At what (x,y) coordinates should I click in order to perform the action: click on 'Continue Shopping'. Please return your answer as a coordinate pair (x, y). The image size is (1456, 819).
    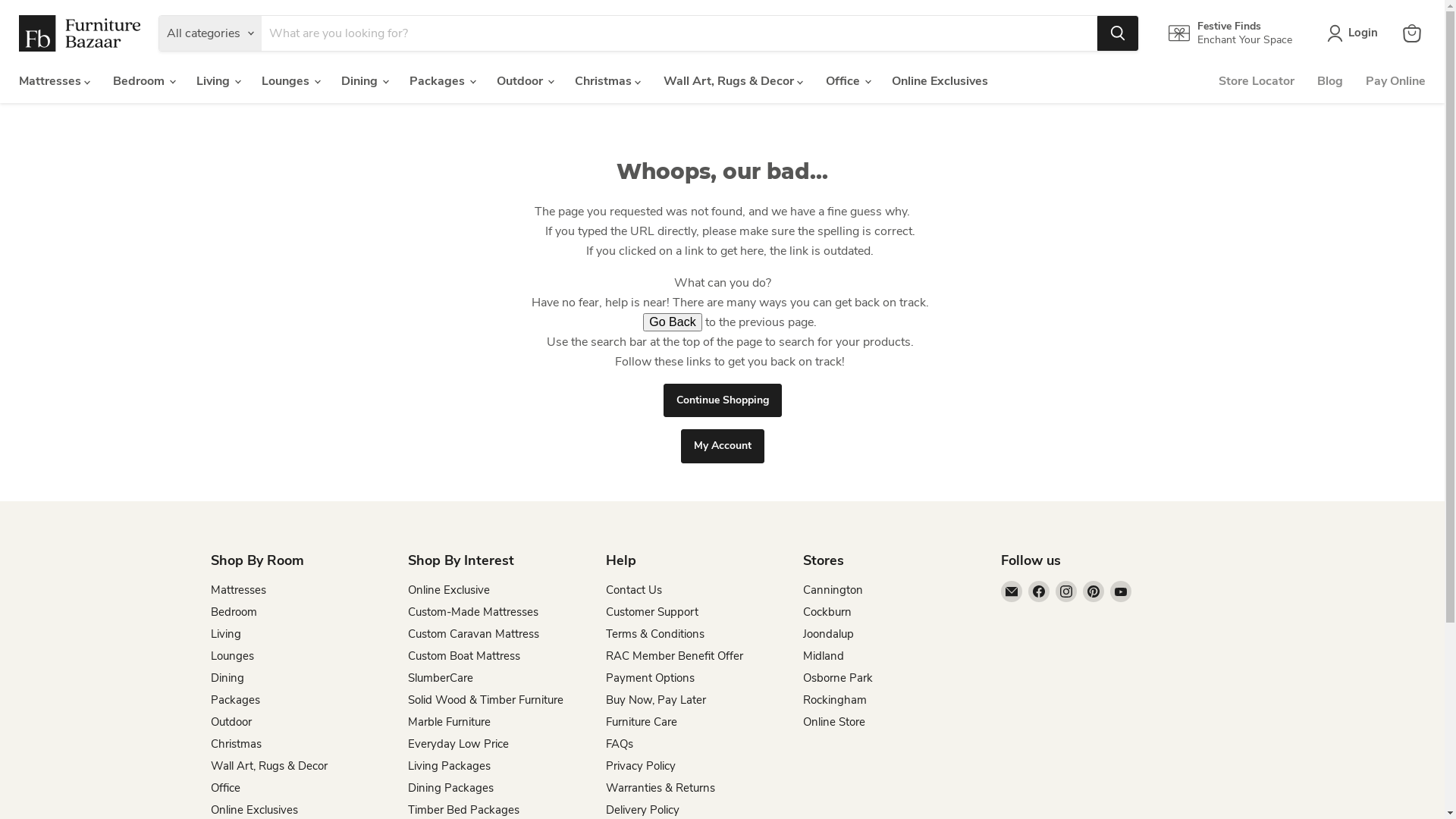
    Looking at the image, I should click on (720, 400).